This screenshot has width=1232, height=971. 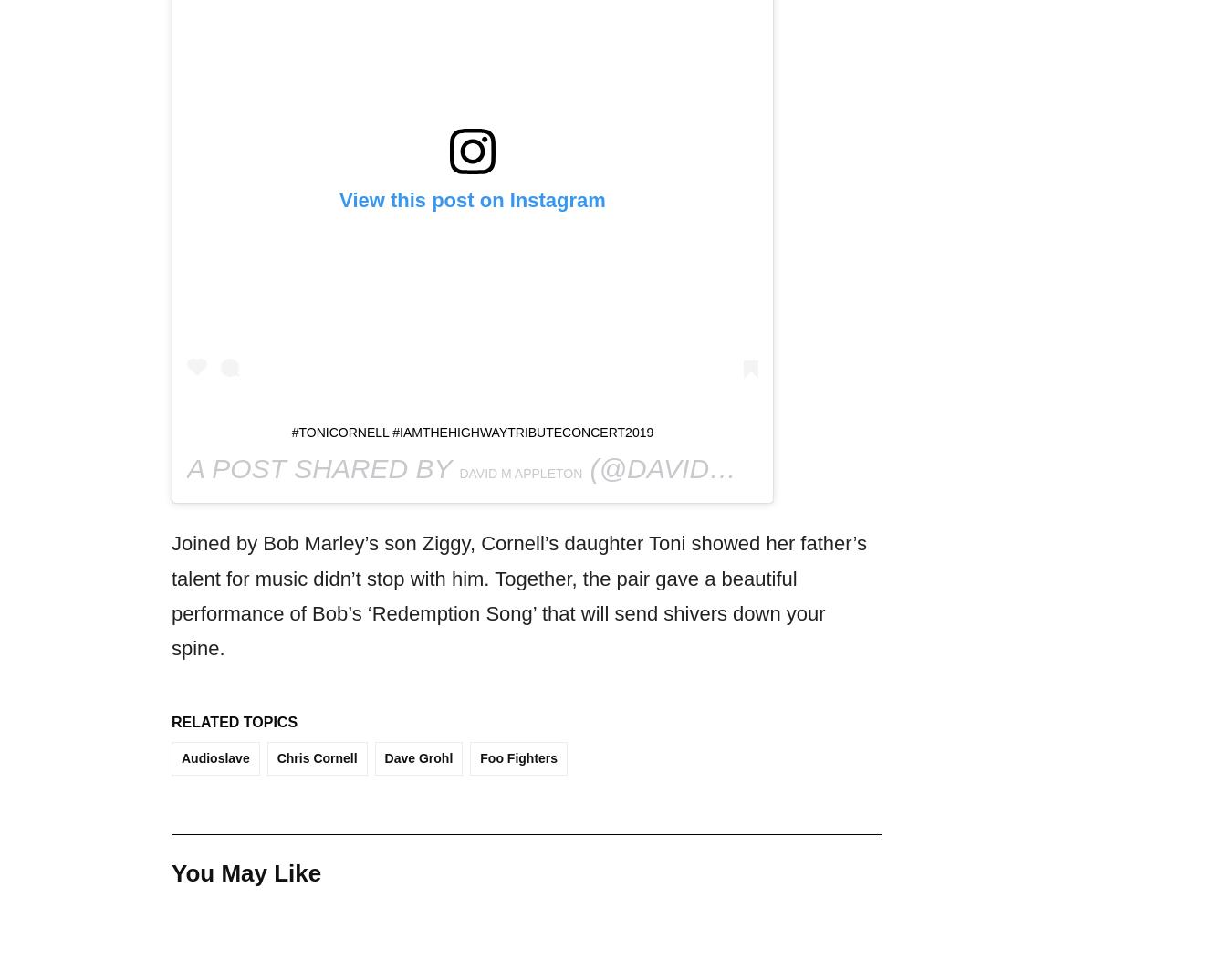 I want to click on 'View this post on Instagram', so click(x=339, y=200).